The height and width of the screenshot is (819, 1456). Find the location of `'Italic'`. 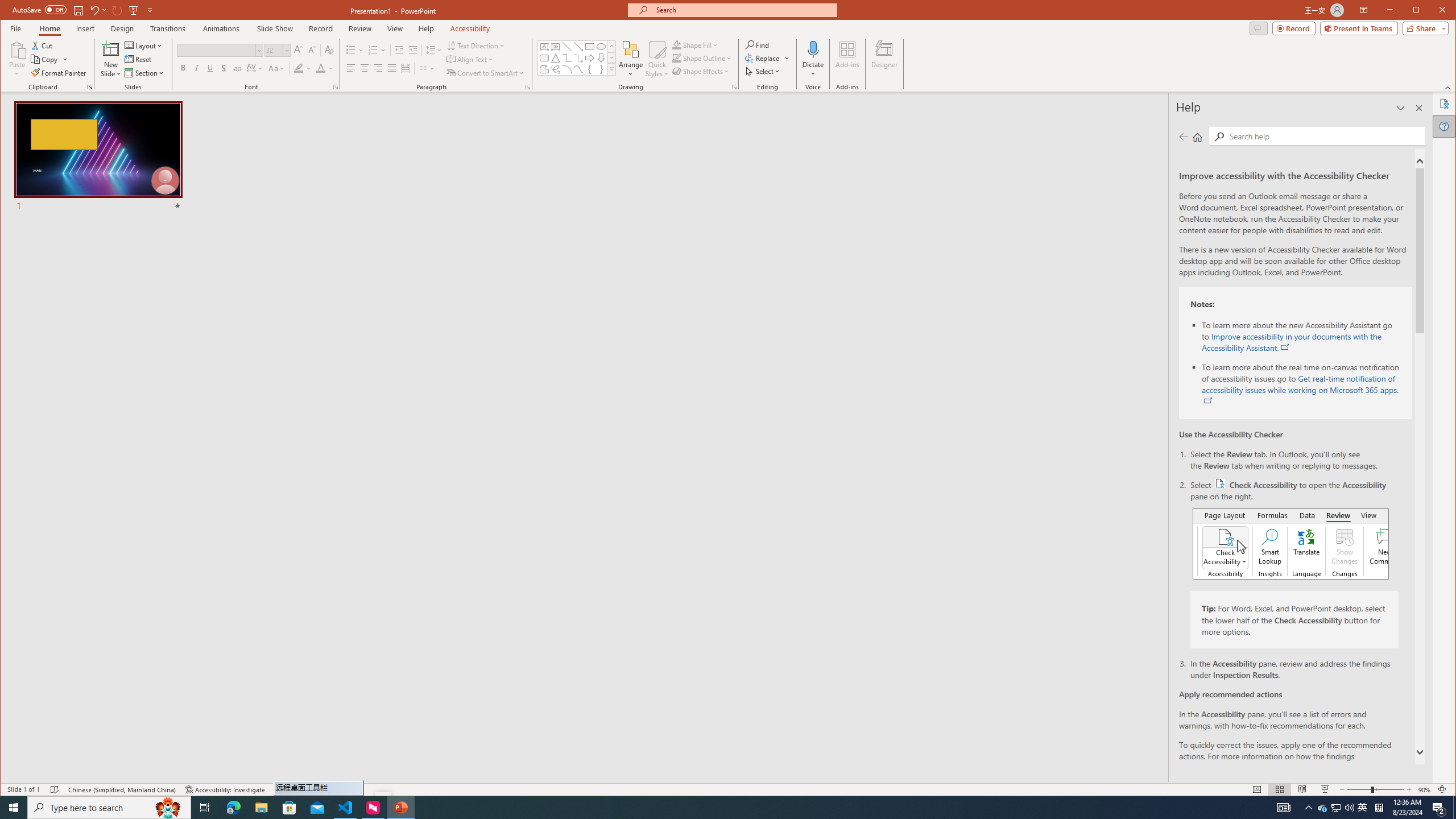

'Italic' is located at coordinates (196, 68).